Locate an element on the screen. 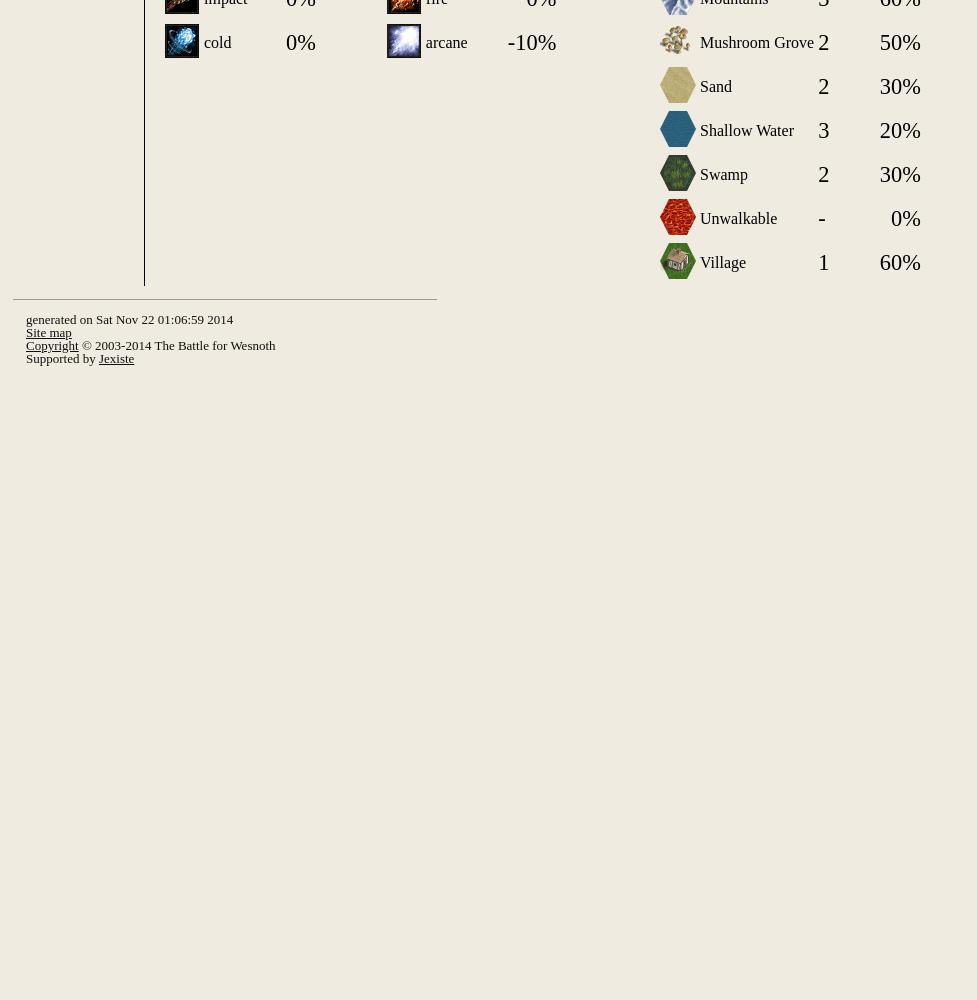  '20%' is located at coordinates (898, 129).